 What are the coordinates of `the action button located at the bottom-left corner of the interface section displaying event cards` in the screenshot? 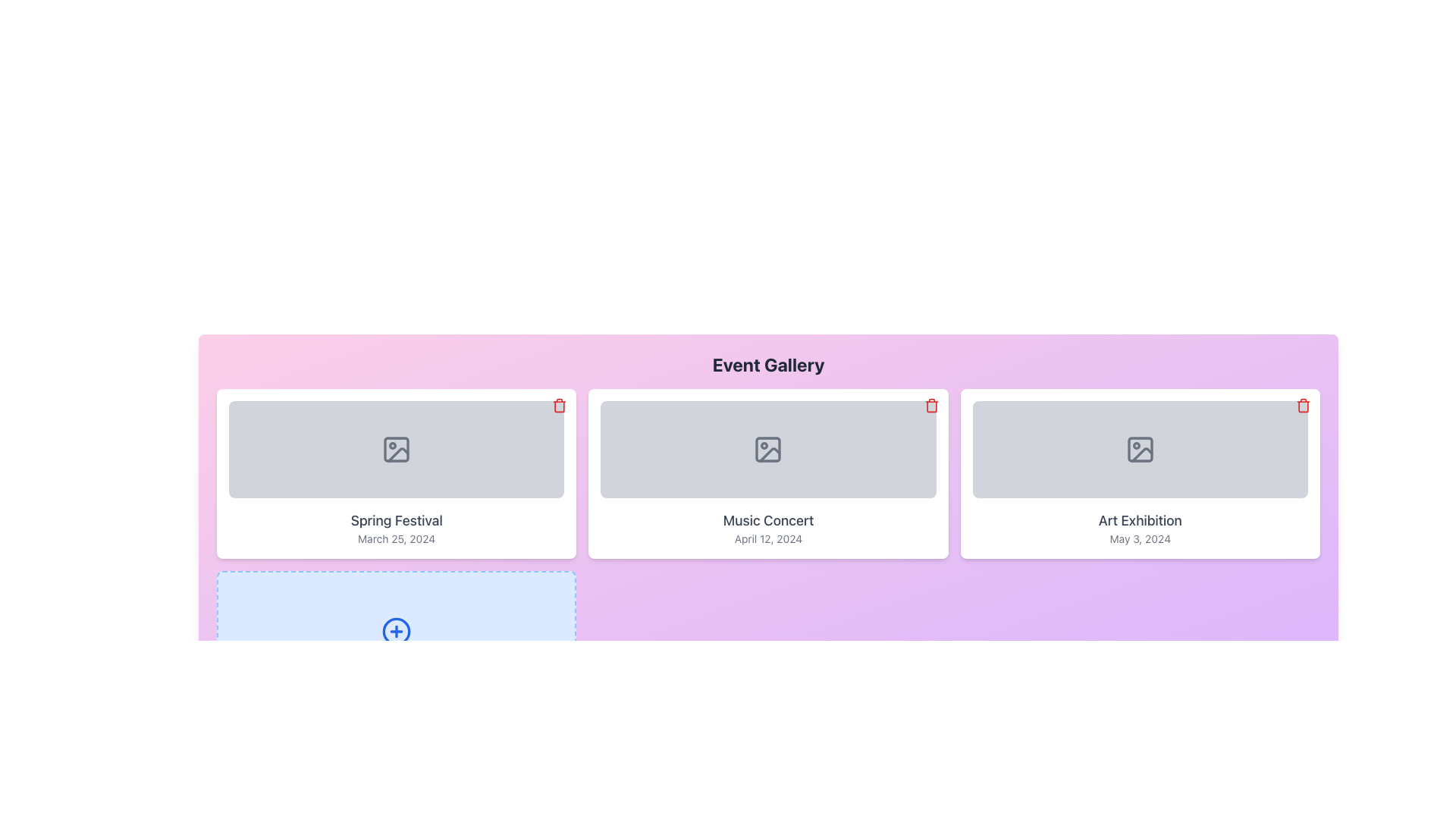 It's located at (397, 632).